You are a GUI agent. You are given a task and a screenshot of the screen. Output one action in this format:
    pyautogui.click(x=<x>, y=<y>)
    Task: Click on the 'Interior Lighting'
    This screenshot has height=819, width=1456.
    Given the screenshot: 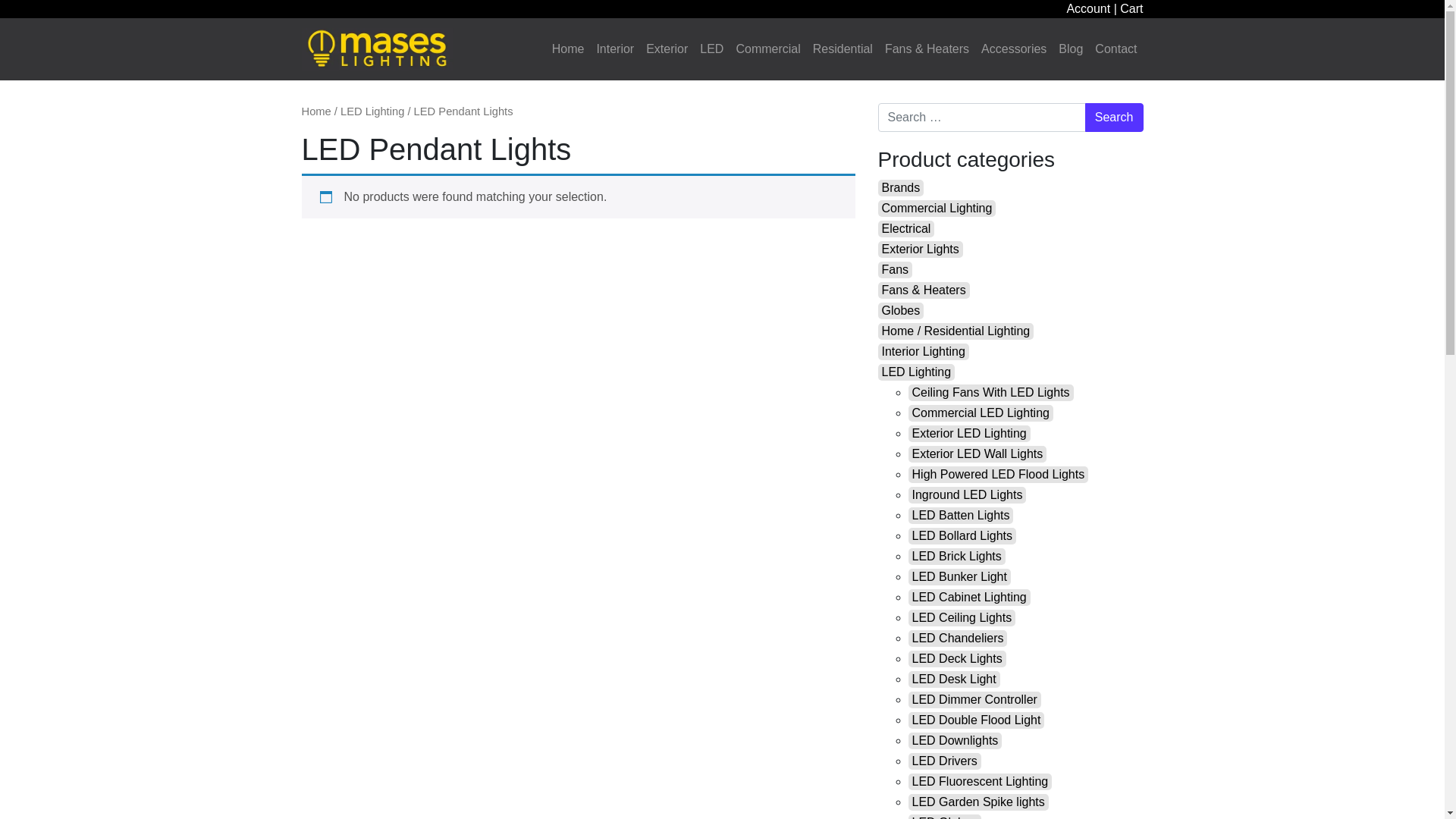 What is the action you would take?
    pyautogui.click(x=877, y=351)
    